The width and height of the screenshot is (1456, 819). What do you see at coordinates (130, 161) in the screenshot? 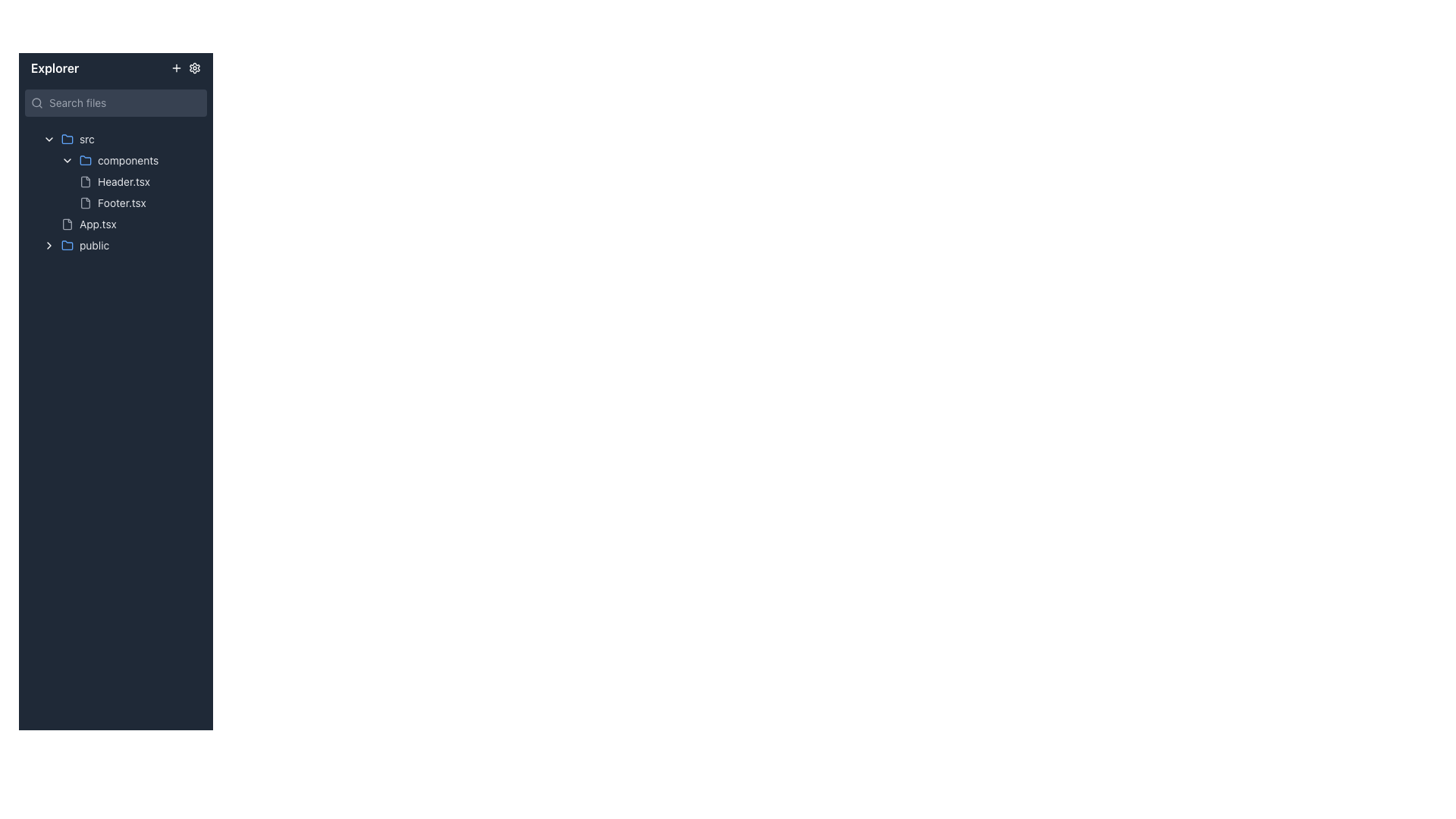
I see `the collapsible folder item labeled 'components' in the left navigation panel` at bounding box center [130, 161].